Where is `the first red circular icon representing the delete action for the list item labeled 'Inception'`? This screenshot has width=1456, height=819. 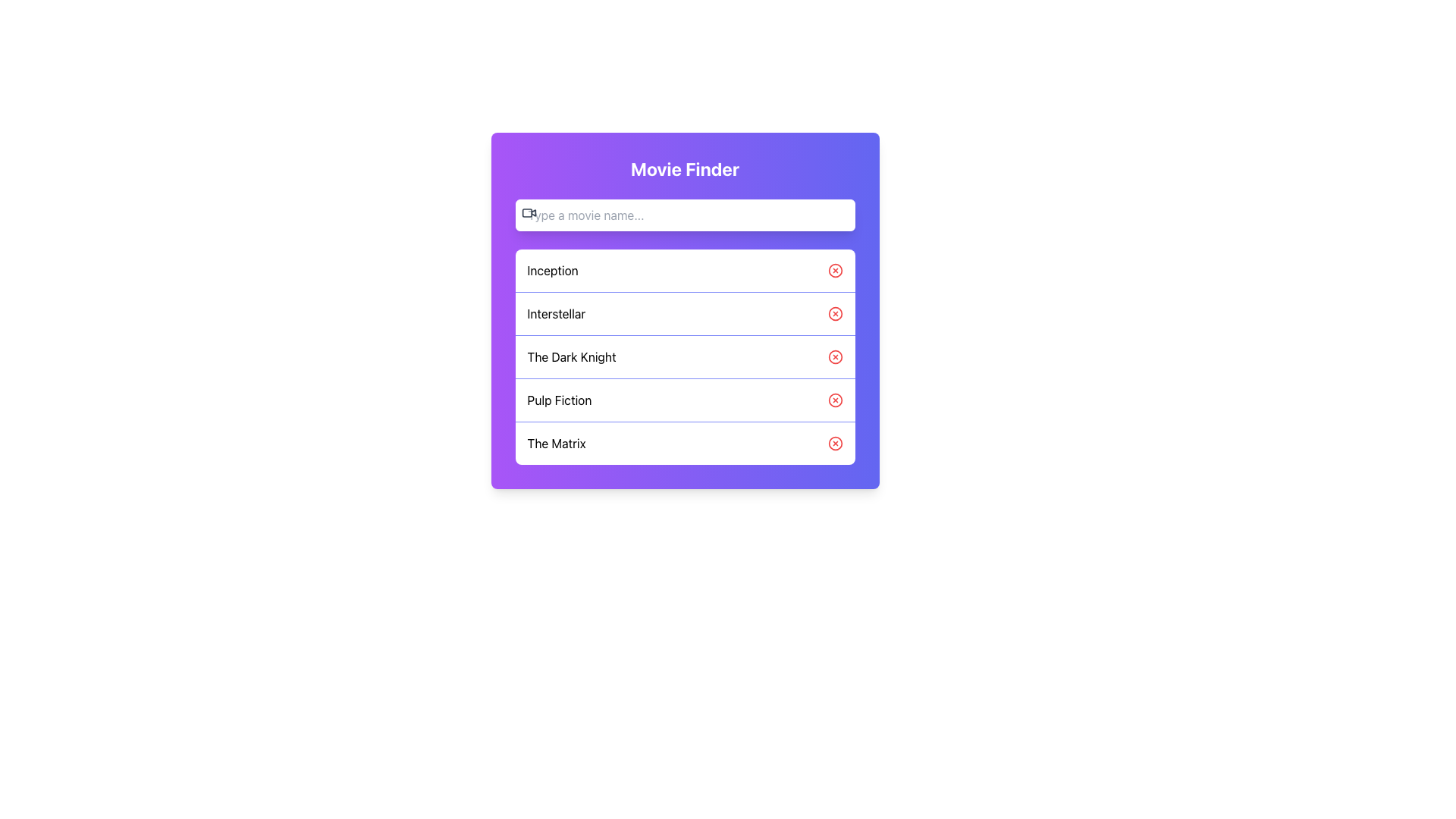
the first red circular icon representing the delete action for the list item labeled 'Inception' is located at coordinates (834, 270).